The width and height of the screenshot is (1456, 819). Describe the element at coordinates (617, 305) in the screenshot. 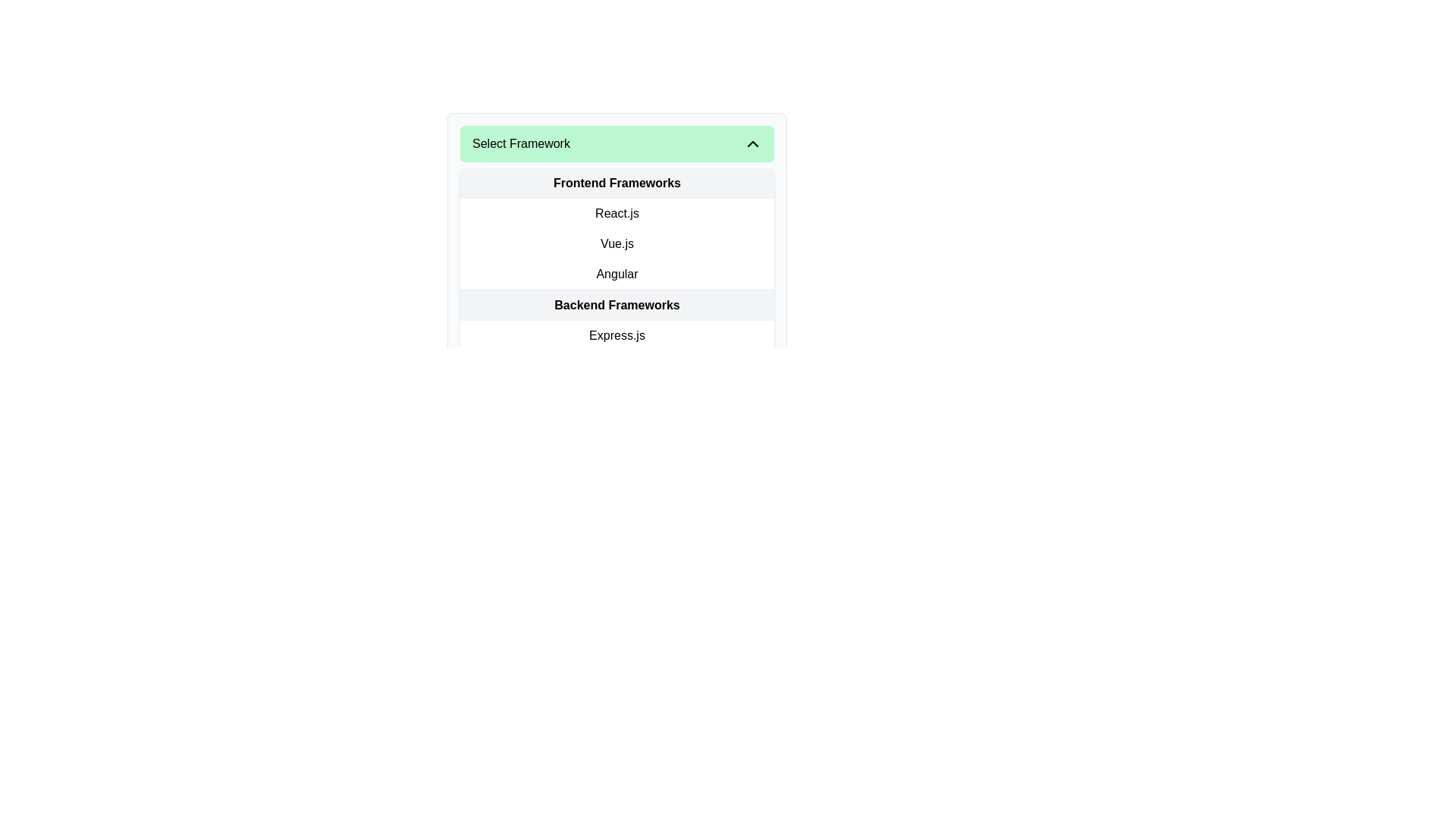

I see `the 'Backend Frameworks' label, which is a horizontal separator with bold black text on a light gray background, located below 'Frontend Frameworks' and above the options like 'Express.js'` at that location.